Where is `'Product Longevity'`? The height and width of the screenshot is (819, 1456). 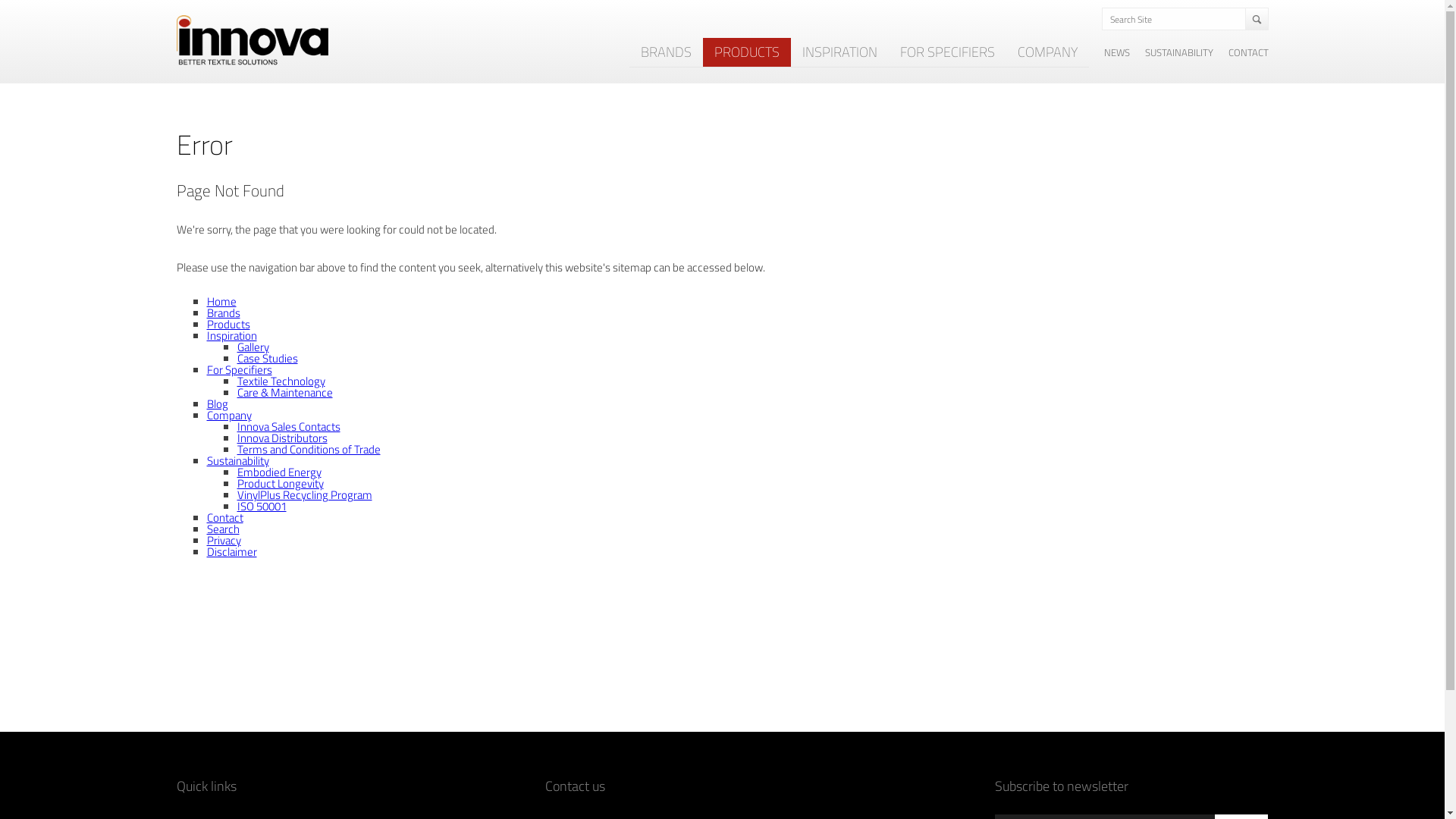
'Product Longevity' is located at coordinates (280, 483).